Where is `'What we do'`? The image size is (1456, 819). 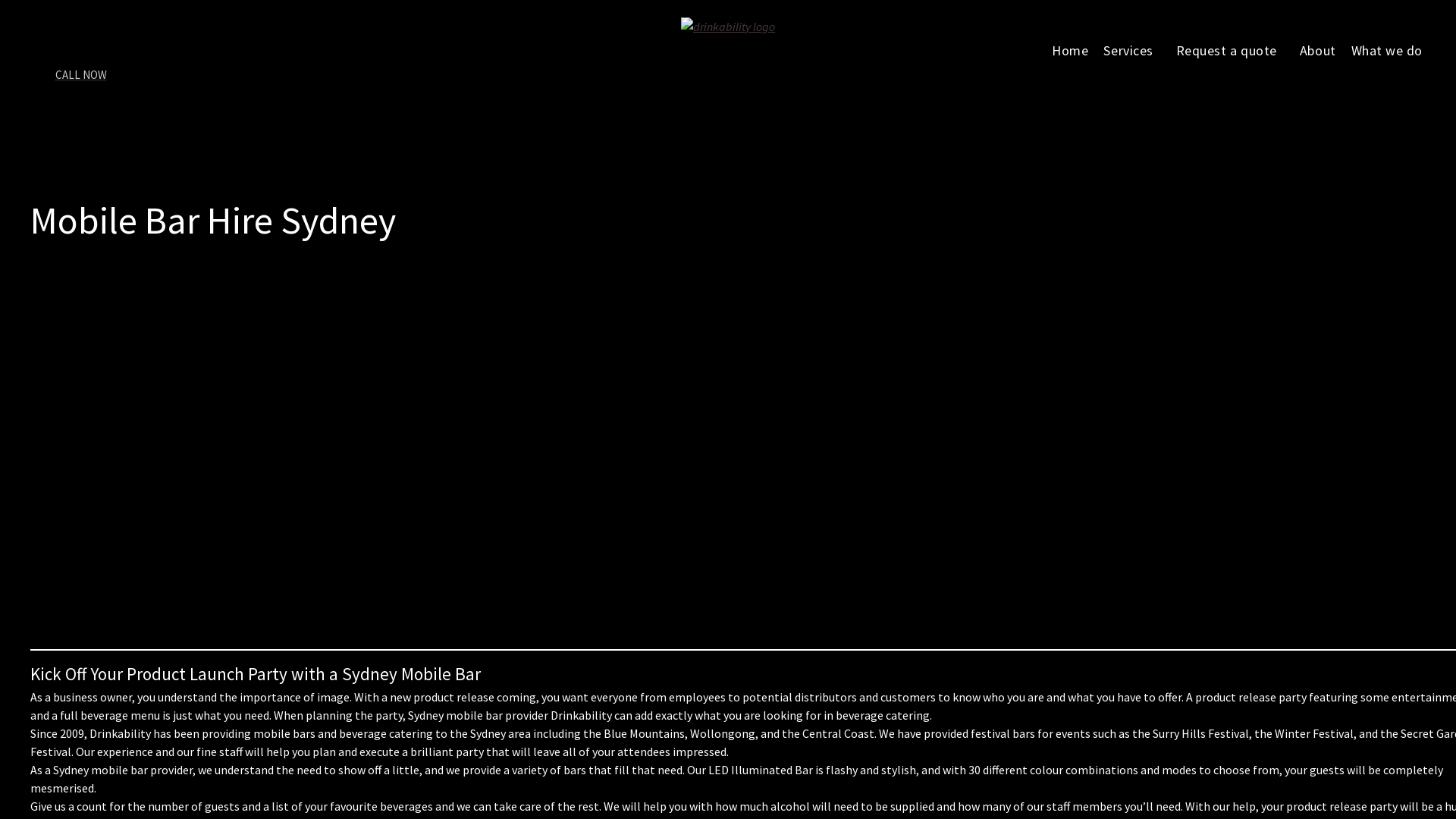
'What we do' is located at coordinates (1343, 49).